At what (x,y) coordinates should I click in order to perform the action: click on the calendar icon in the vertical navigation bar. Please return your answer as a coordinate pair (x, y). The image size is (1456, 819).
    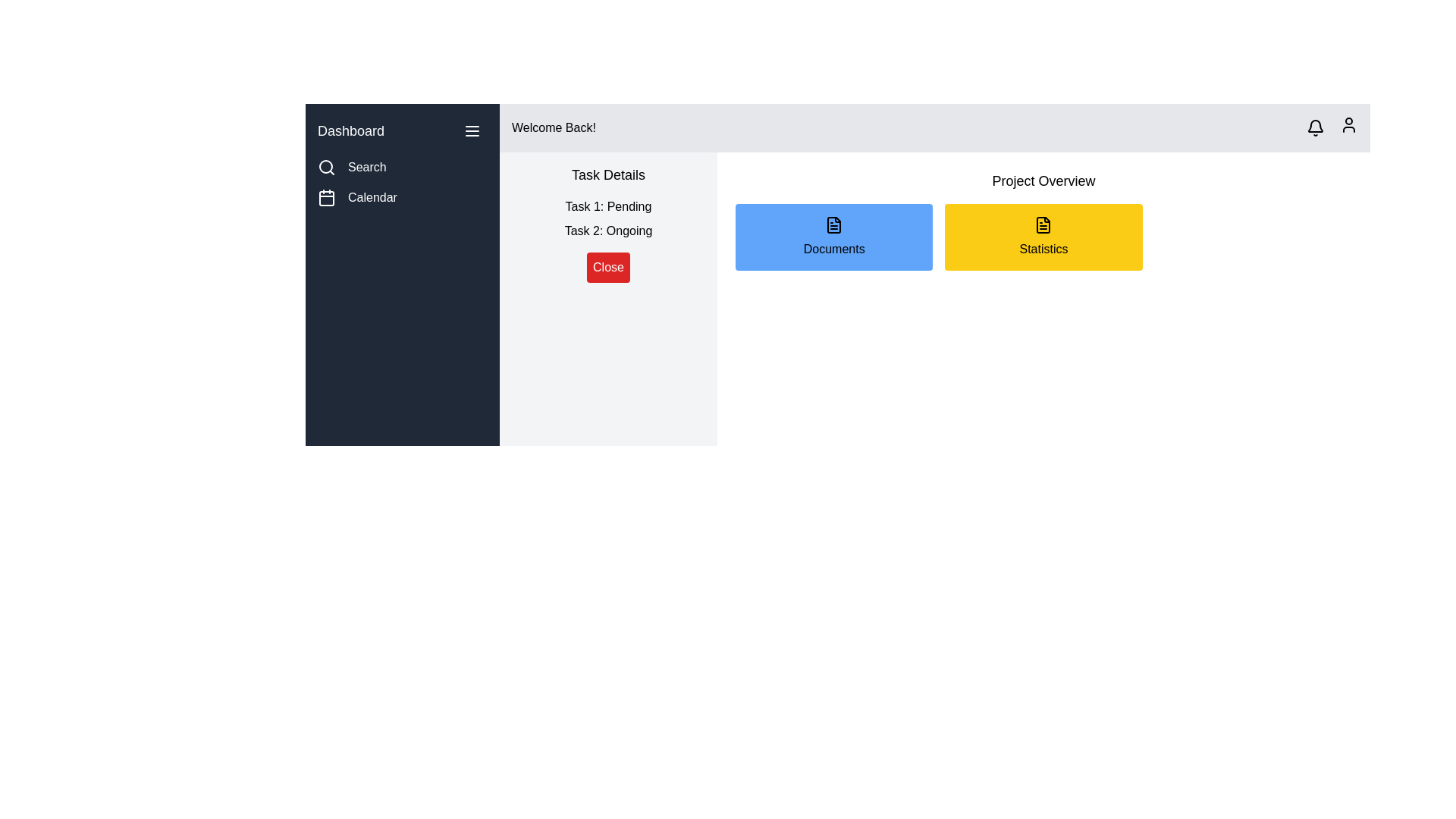
    Looking at the image, I should click on (326, 197).